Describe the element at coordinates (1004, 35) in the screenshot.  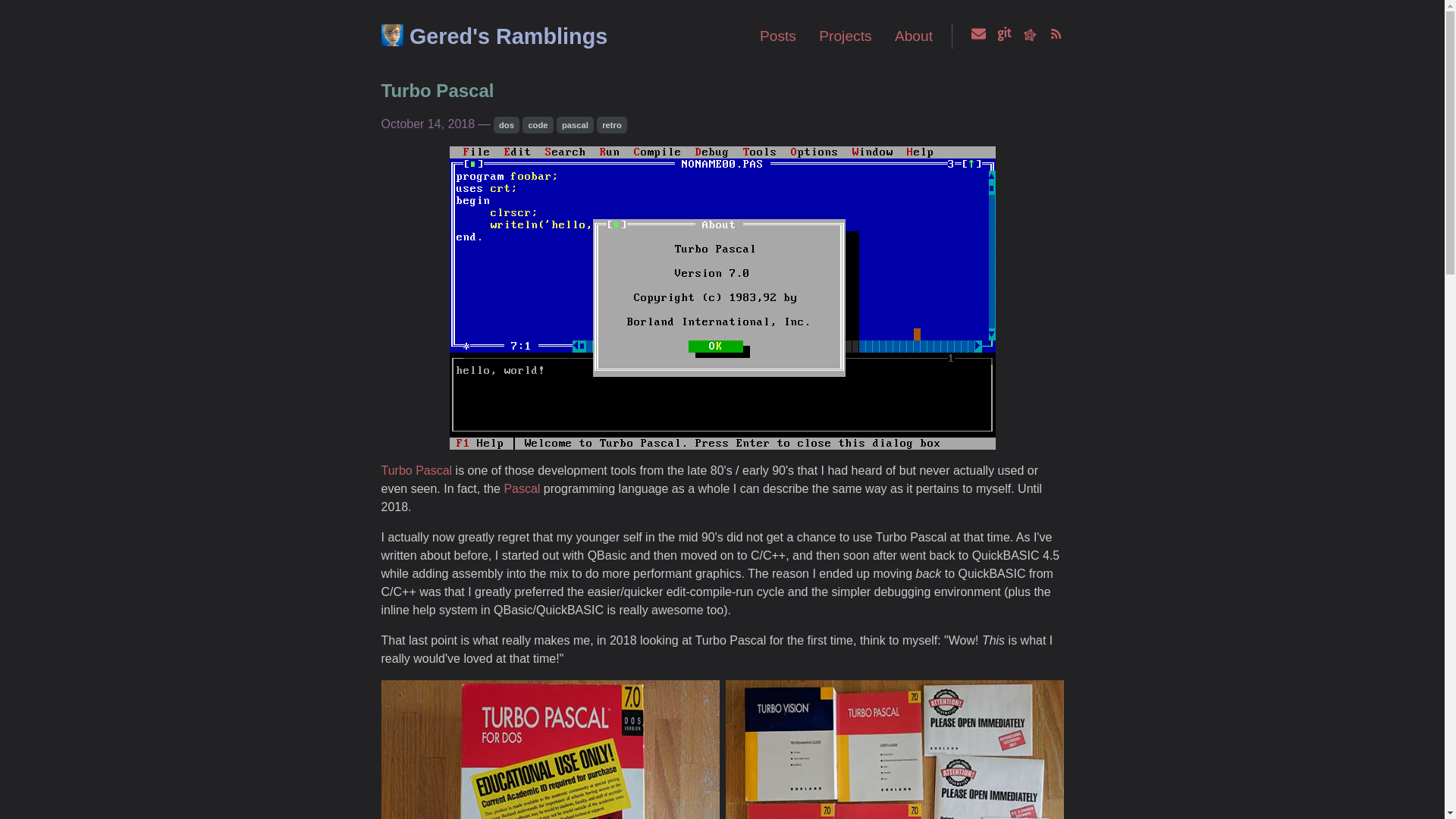
I see `'Git'` at that location.